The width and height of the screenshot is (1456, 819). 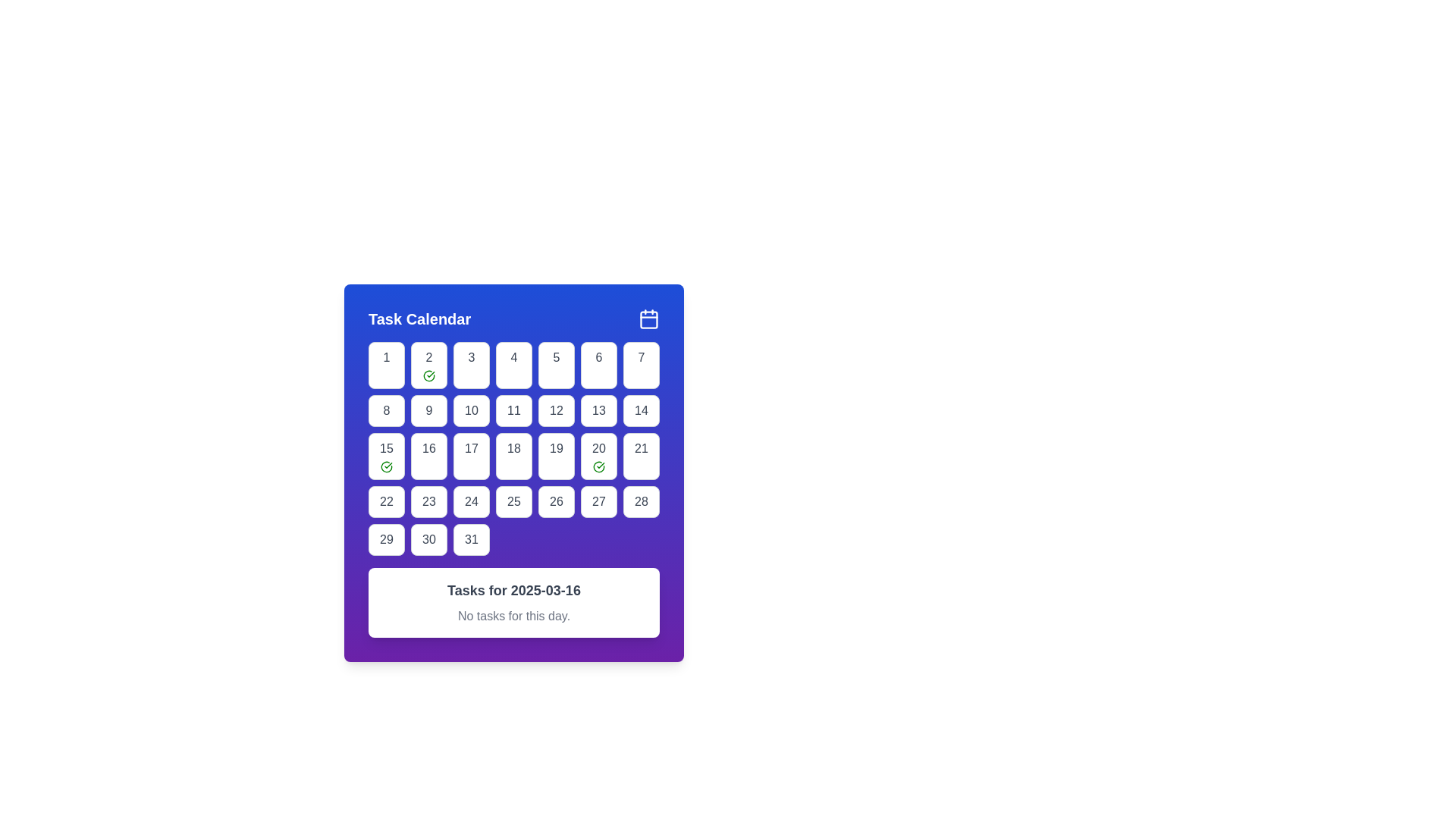 What do you see at coordinates (598, 411) in the screenshot?
I see `the text label indicating the 13th day in the calendar interface` at bounding box center [598, 411].